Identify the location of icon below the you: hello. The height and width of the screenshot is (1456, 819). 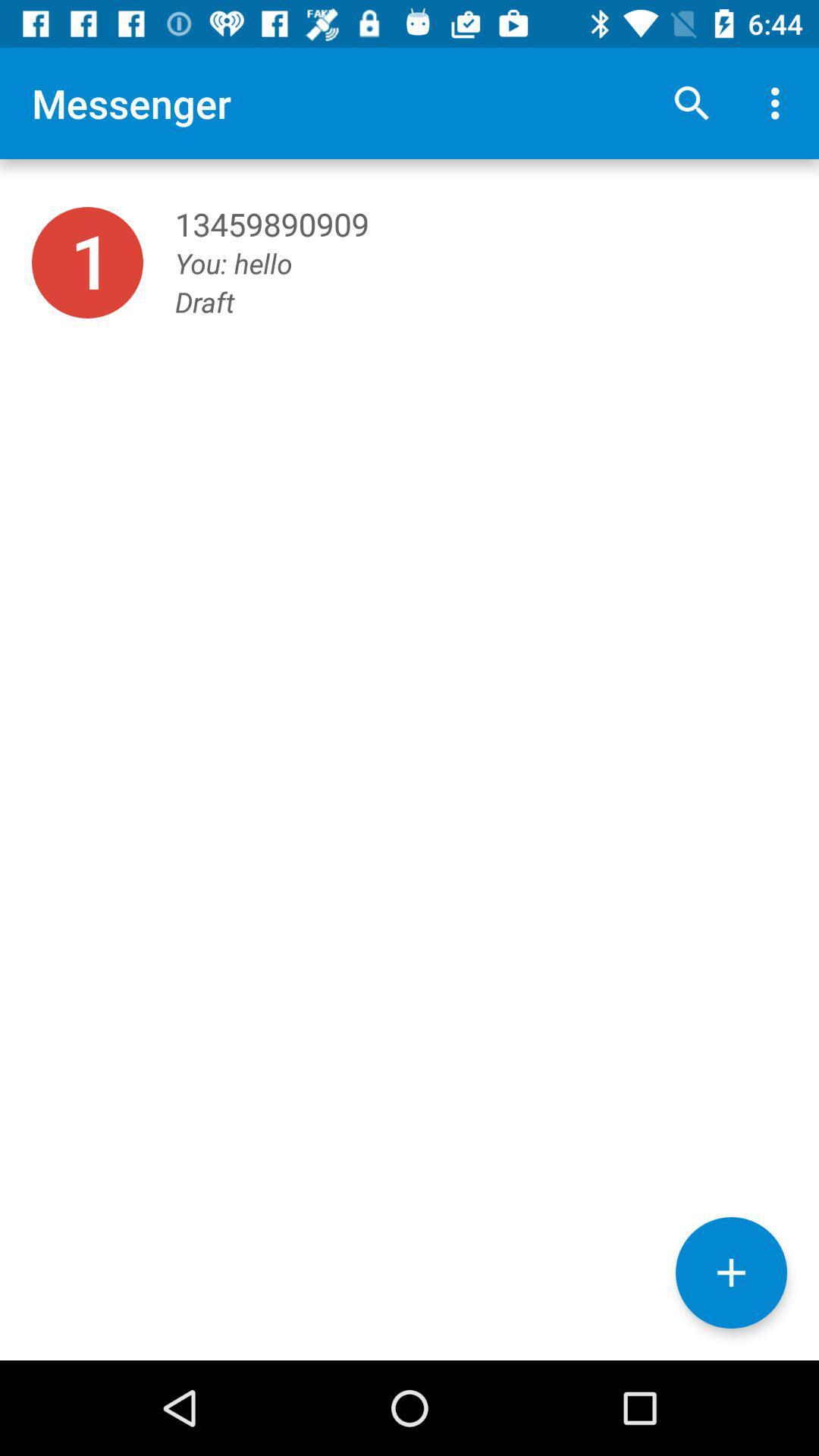
(730, 1272).